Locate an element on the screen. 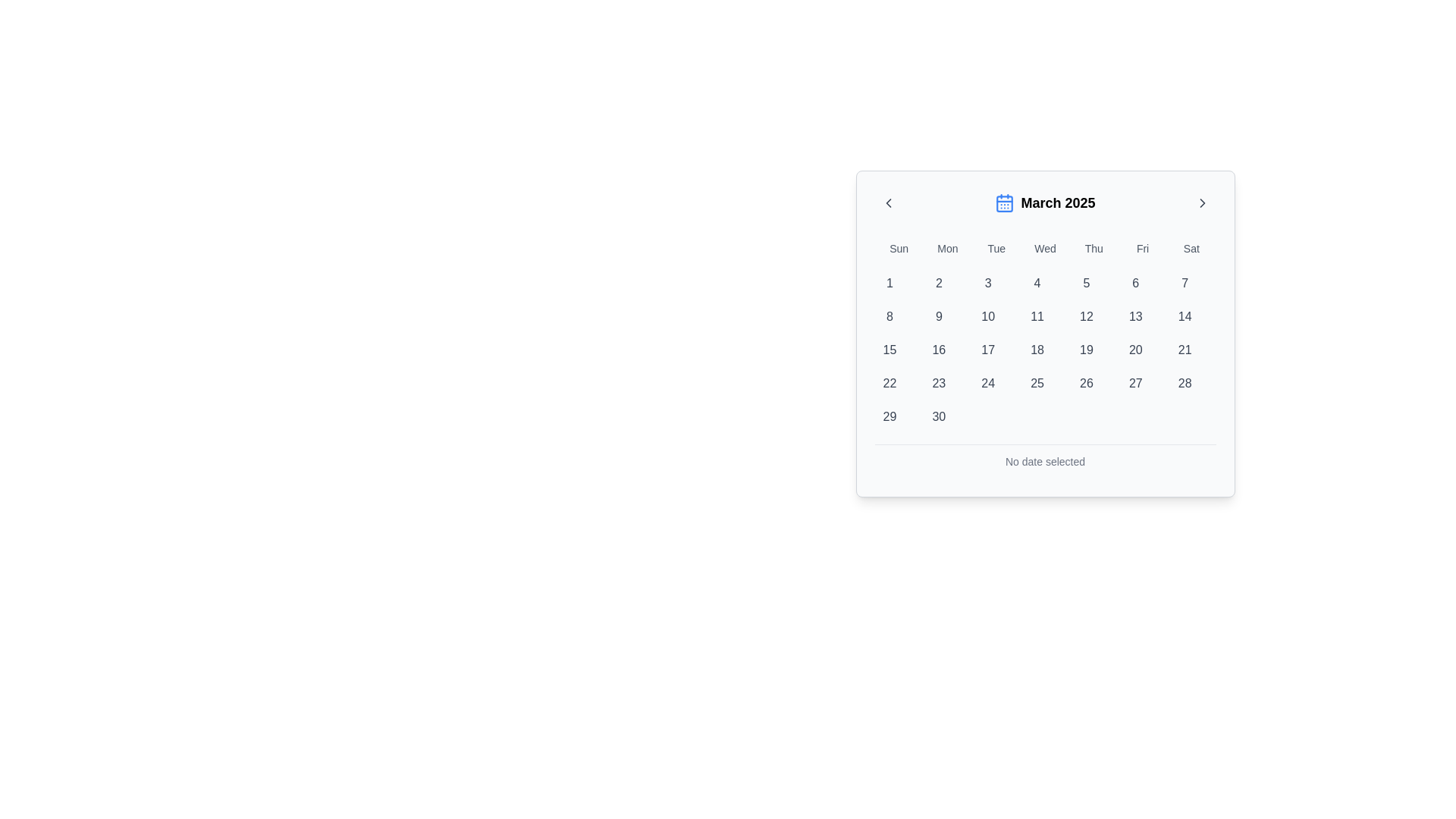 Image resolution: width=1456 pixels, height=819 pixels. the selectable date button for the 7th day of the month in the calendar interface is located at coordinates (1184, 284).